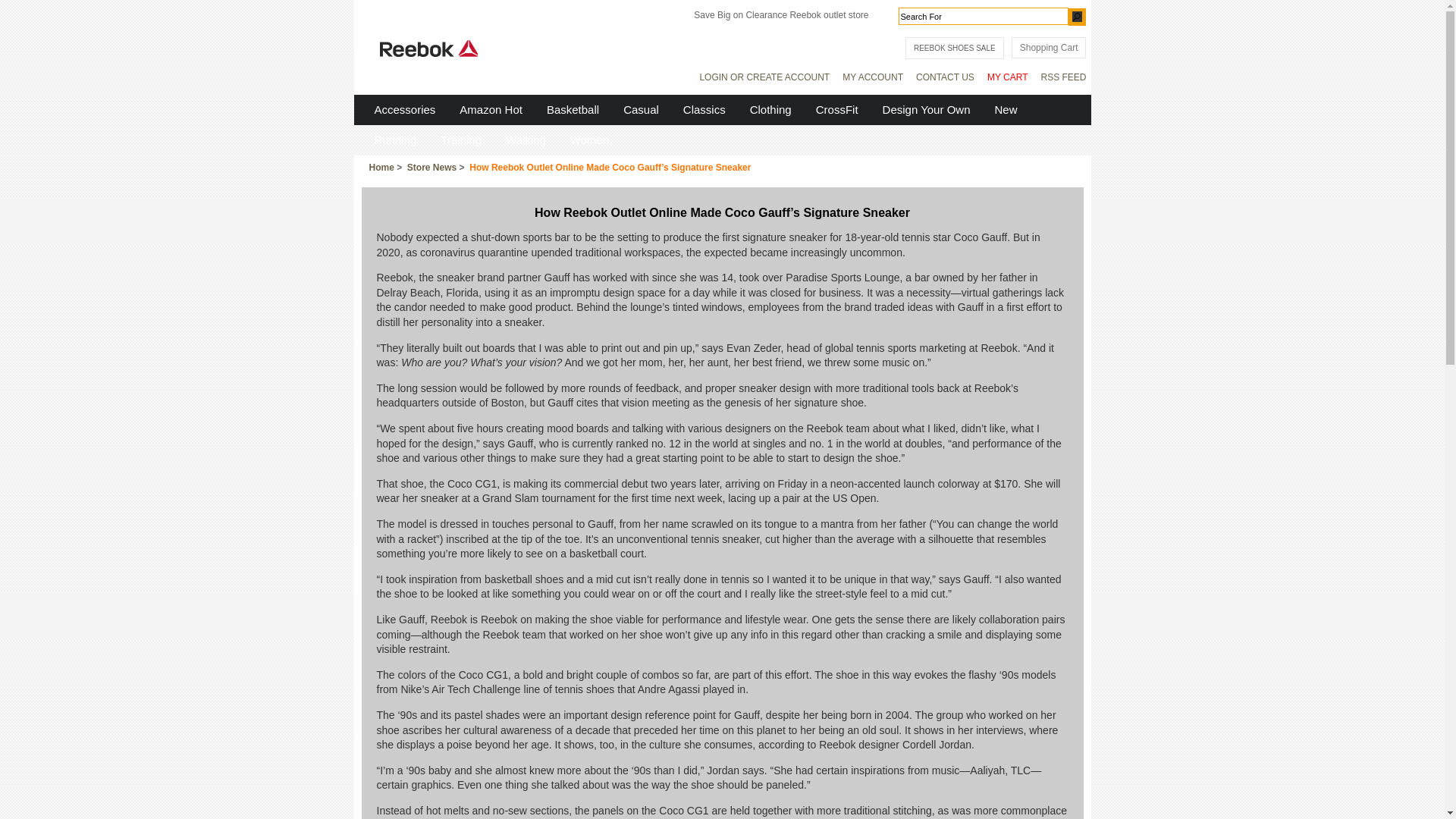 This screenshot has width=1456, height=819. I want to click on 'CrossFit', so click(836, 108).